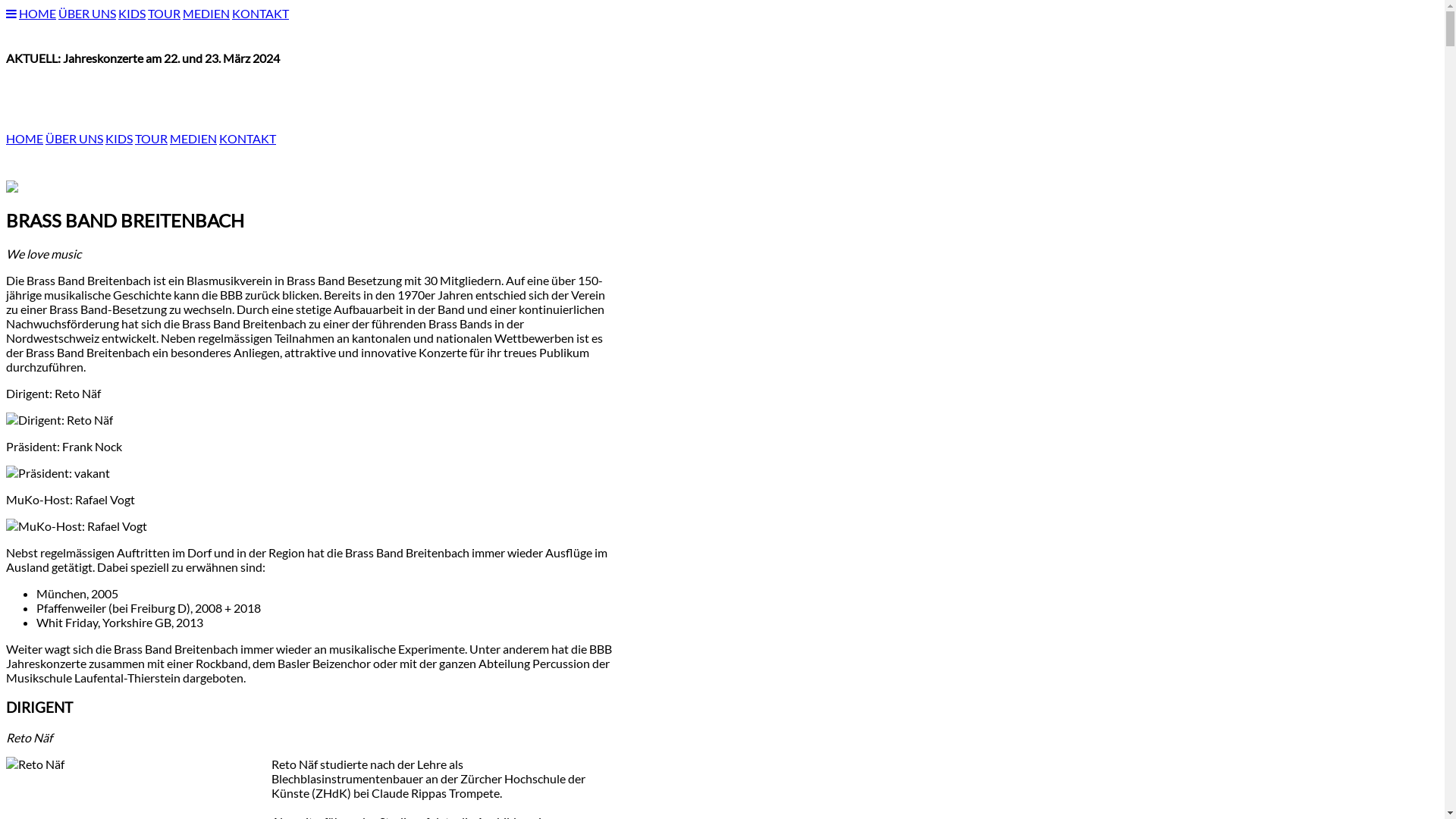 This screenshot has width=1456, height=819. I want to click on 'KONTAKT', so click(260, 13).